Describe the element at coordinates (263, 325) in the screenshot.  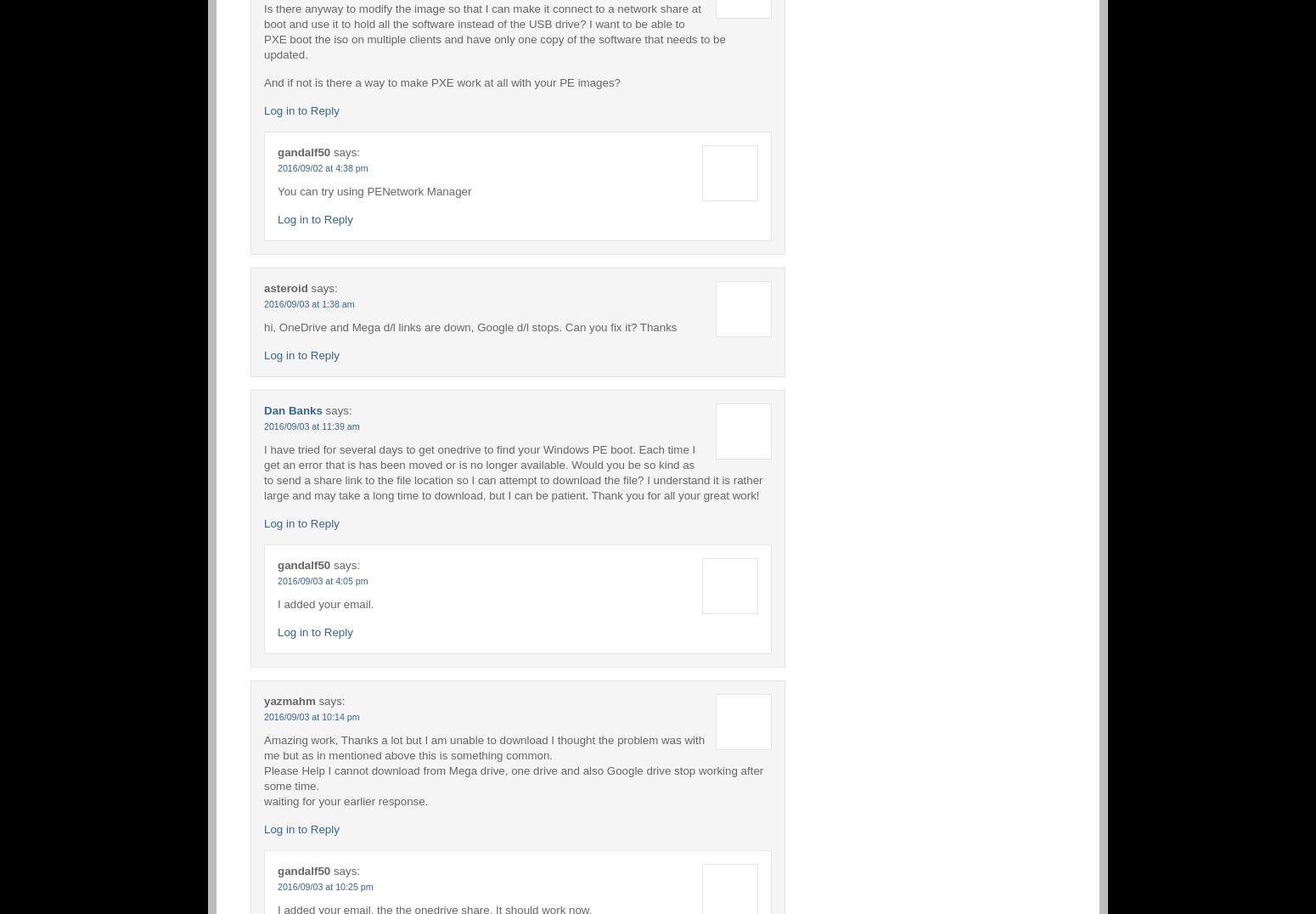
I see `'hi, OneDrive and Mega d/l links are down, Google d/l stops. Can you fix it? Thanks'` at that location.